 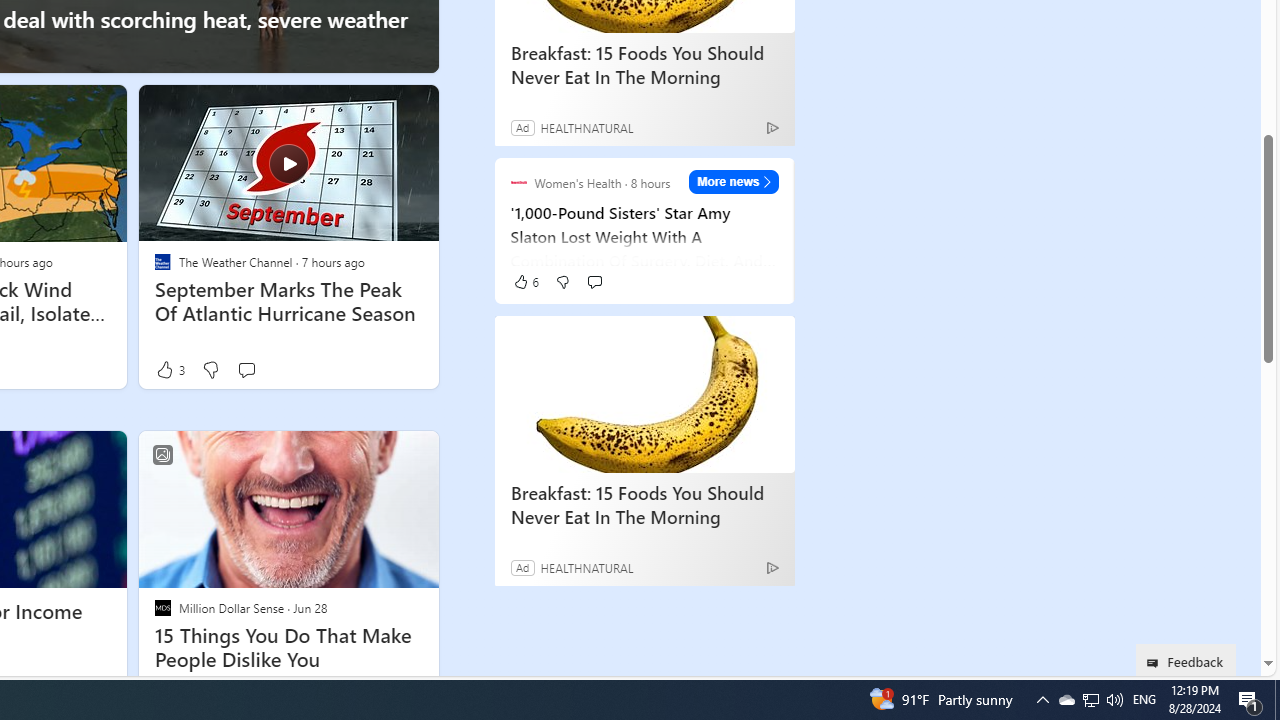 What do you see at coordinates (1156, 663) in the screenshot?
I see `'Class: feedback_link_icon-DS-EntryPoint1-1'` at bounding box center [1156, 663].